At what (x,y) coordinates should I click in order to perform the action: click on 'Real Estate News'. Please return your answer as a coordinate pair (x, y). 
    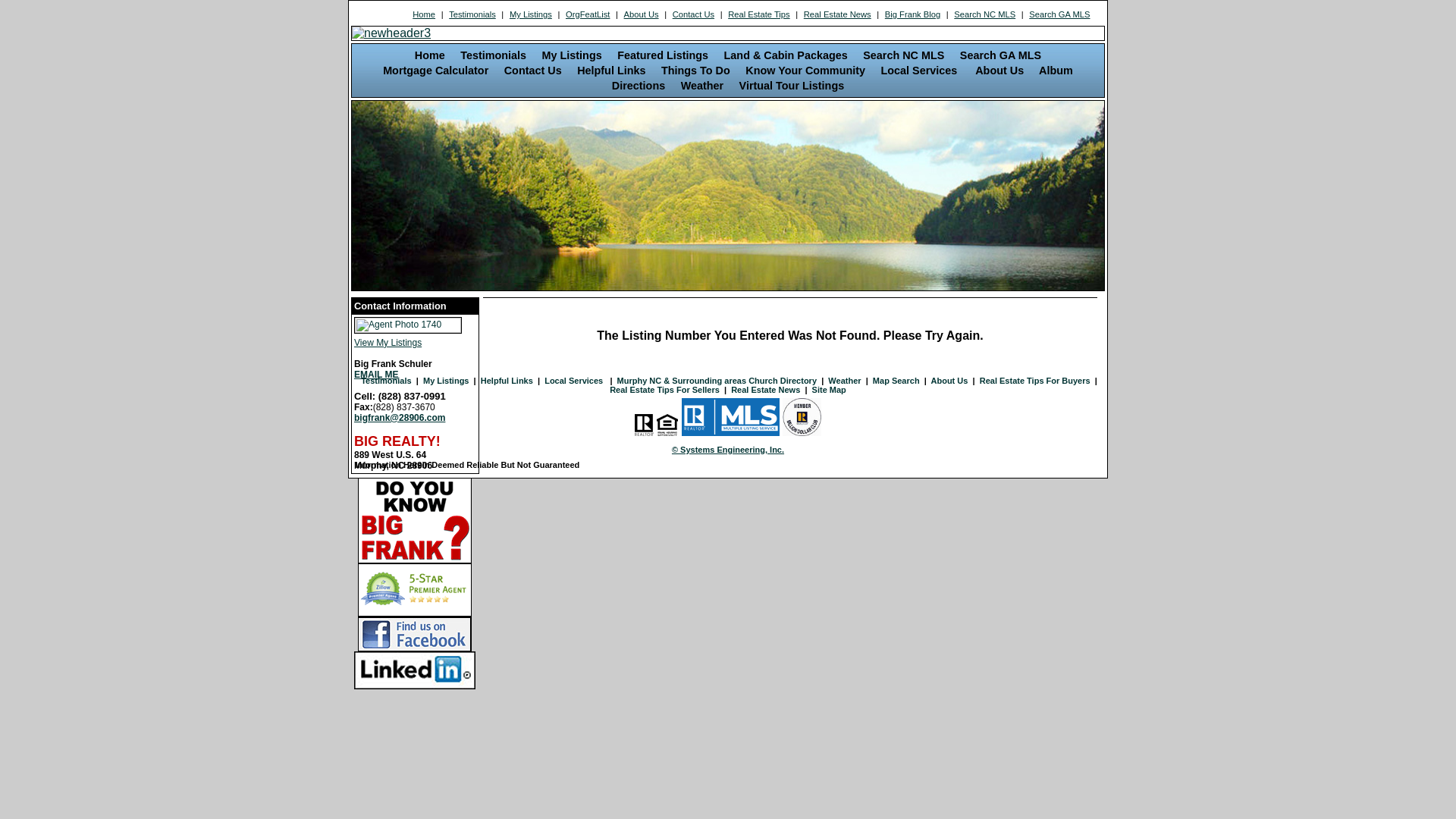
    Looking at the image, I should click on (765, 388).